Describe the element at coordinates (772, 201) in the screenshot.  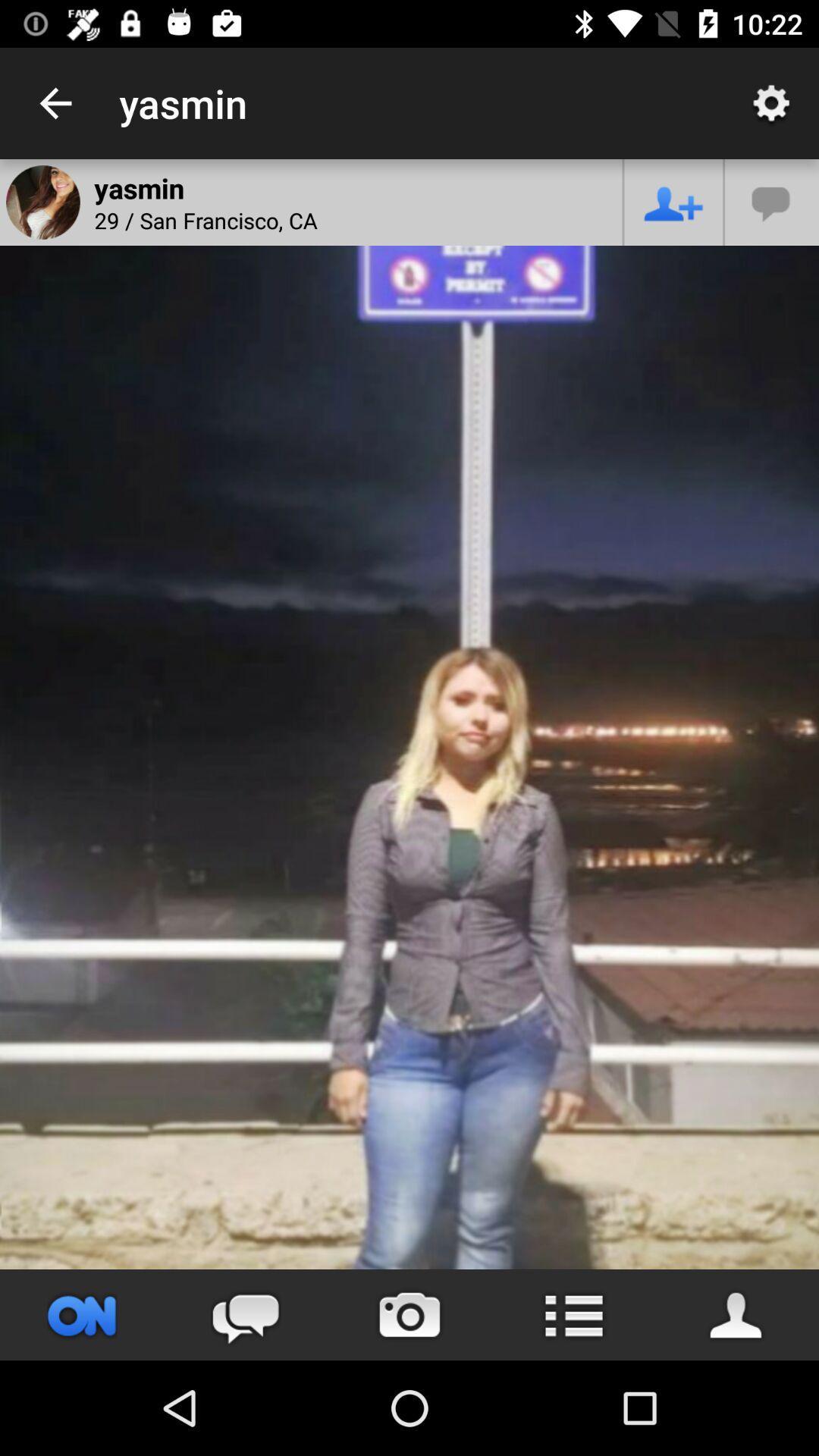
I see `open messages` at that location.